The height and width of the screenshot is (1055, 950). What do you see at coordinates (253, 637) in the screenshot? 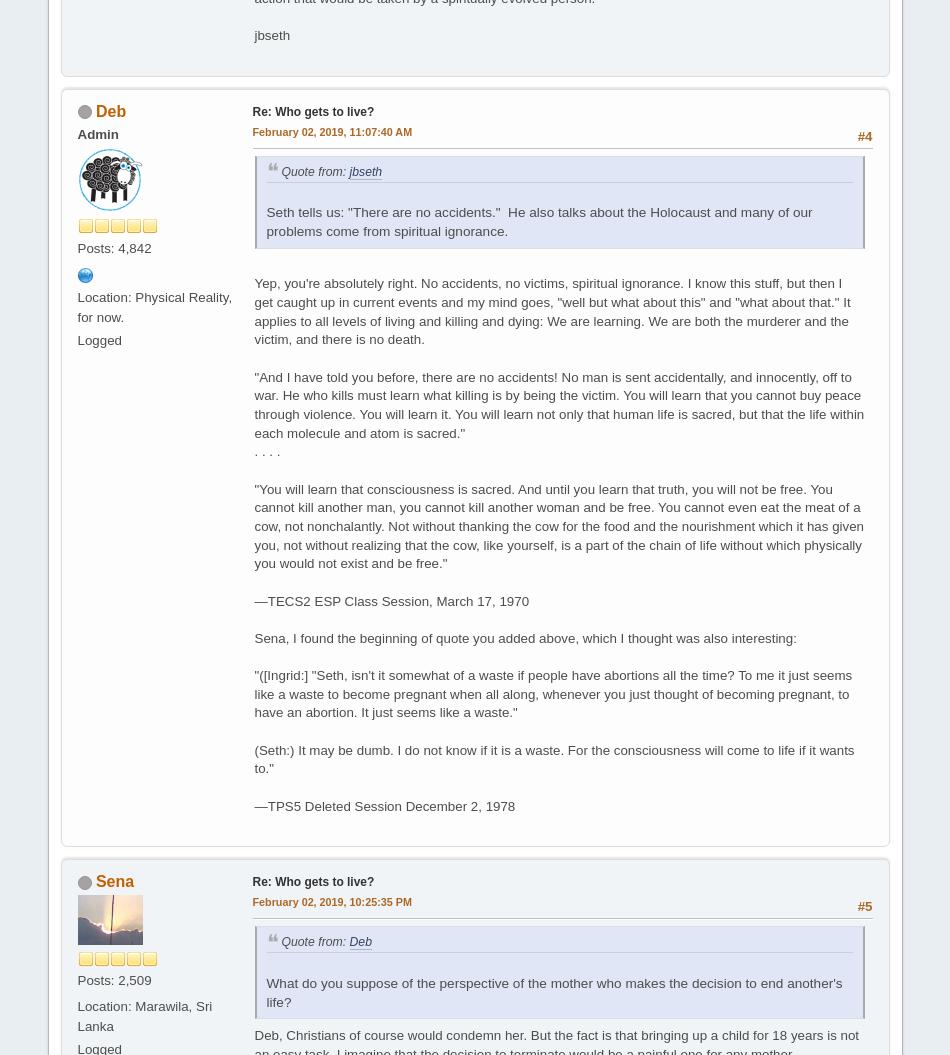
I see `'Sena, I found the beginning of quote you added above, which I thought was also interesting:'` at bounding box center [253, 637].